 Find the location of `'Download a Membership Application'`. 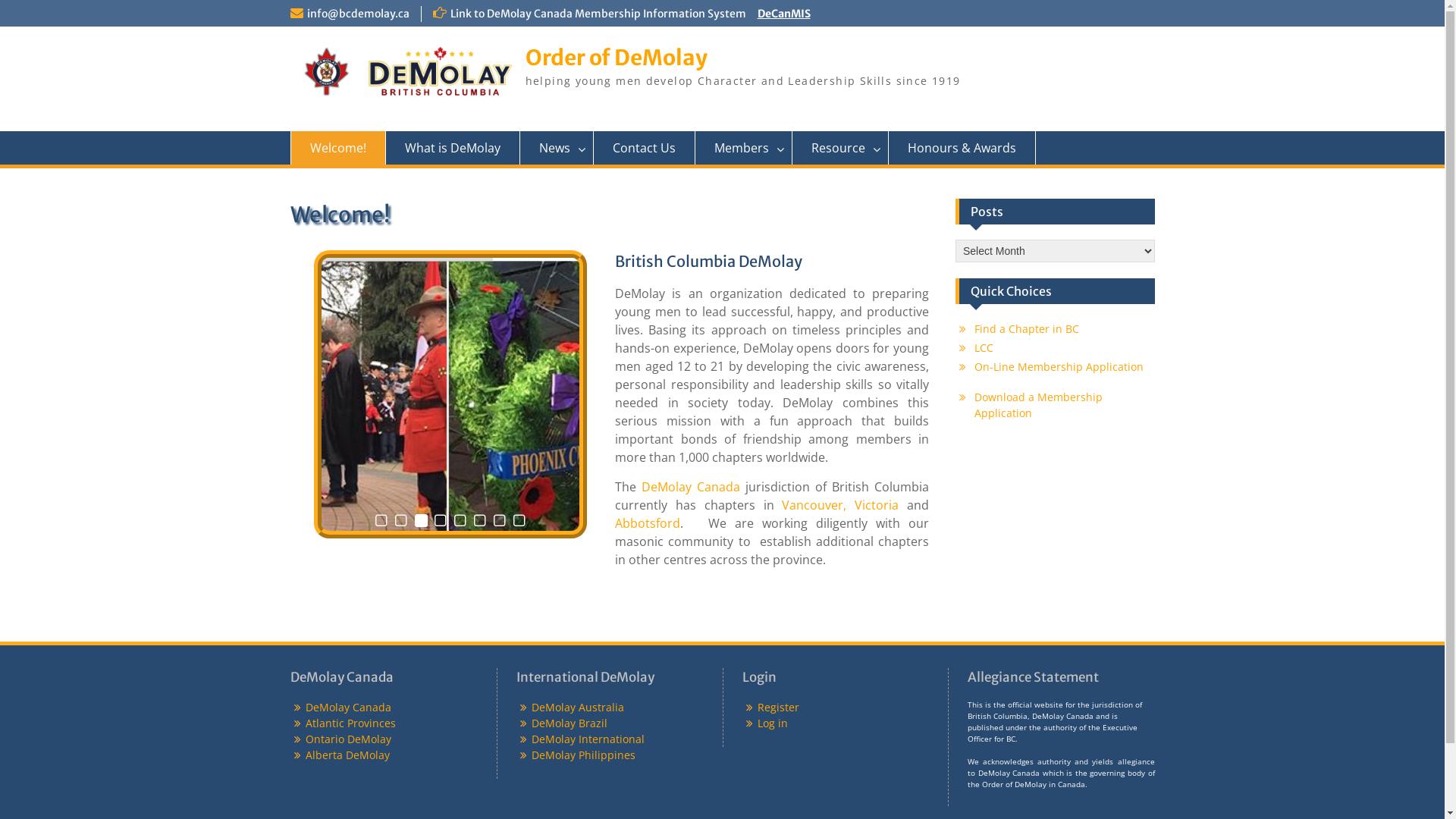

'Download a Membership Application' is located at coordinates (1037, 403).